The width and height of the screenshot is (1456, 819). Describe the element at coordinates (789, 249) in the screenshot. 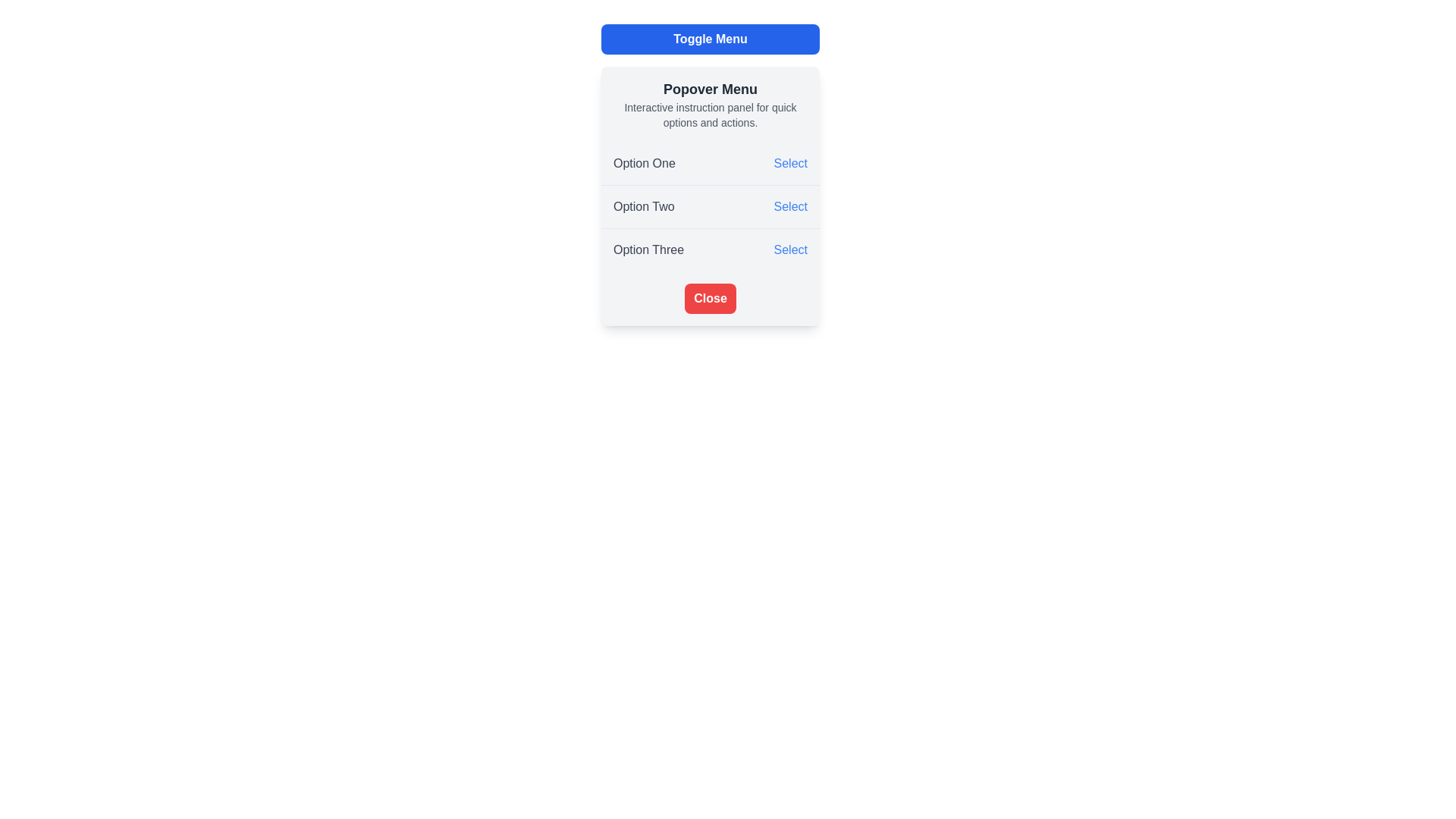

I see `the Button-like hyperlink labeled 'Option Three' located on the right side of the row in the 'Popover Menu' dialog` at that location.